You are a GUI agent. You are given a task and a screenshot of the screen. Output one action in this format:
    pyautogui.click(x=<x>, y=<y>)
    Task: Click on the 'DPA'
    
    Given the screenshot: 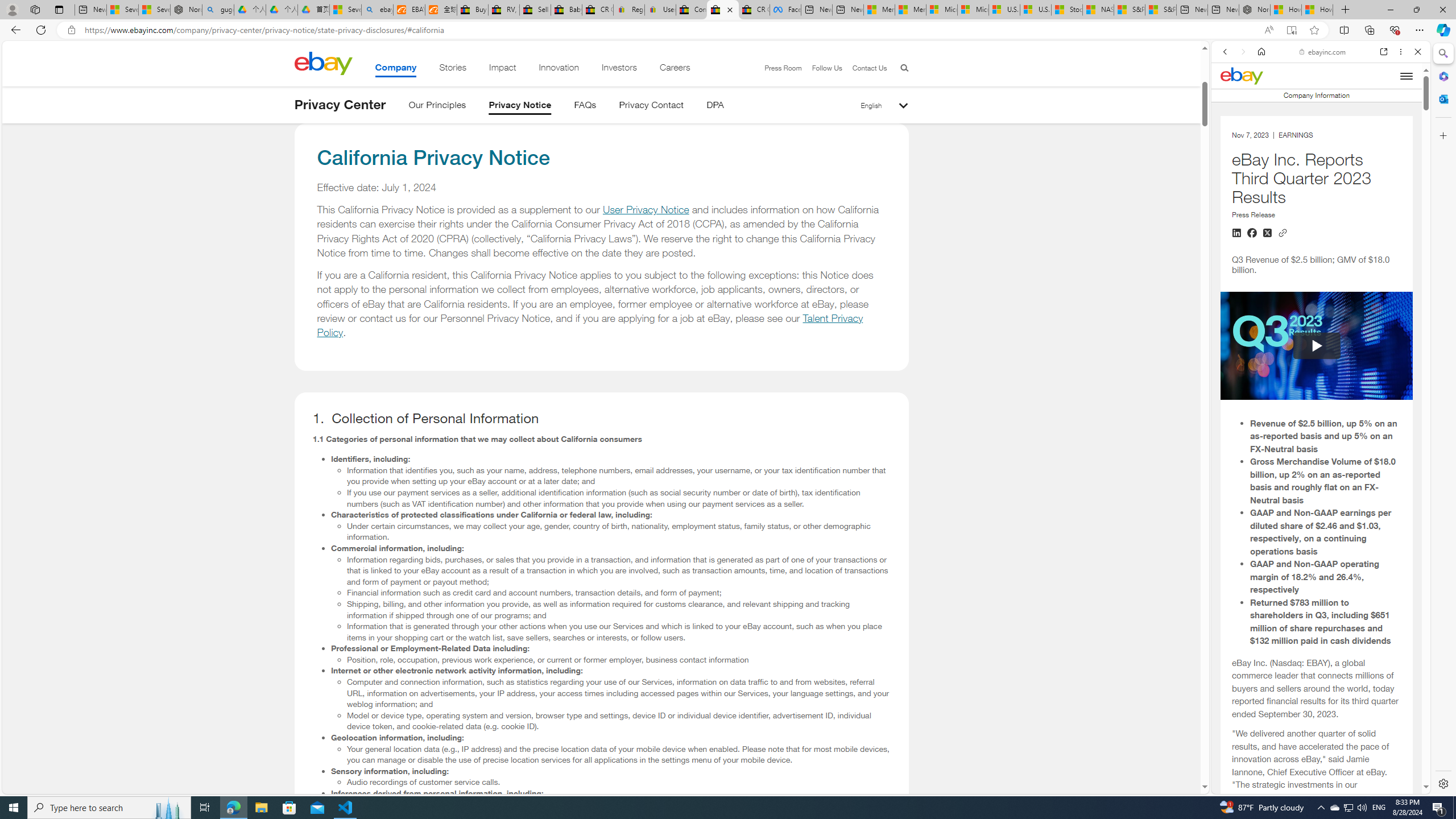 What is the action you would take?
    pyautogui.click(x=714, y=106)
    